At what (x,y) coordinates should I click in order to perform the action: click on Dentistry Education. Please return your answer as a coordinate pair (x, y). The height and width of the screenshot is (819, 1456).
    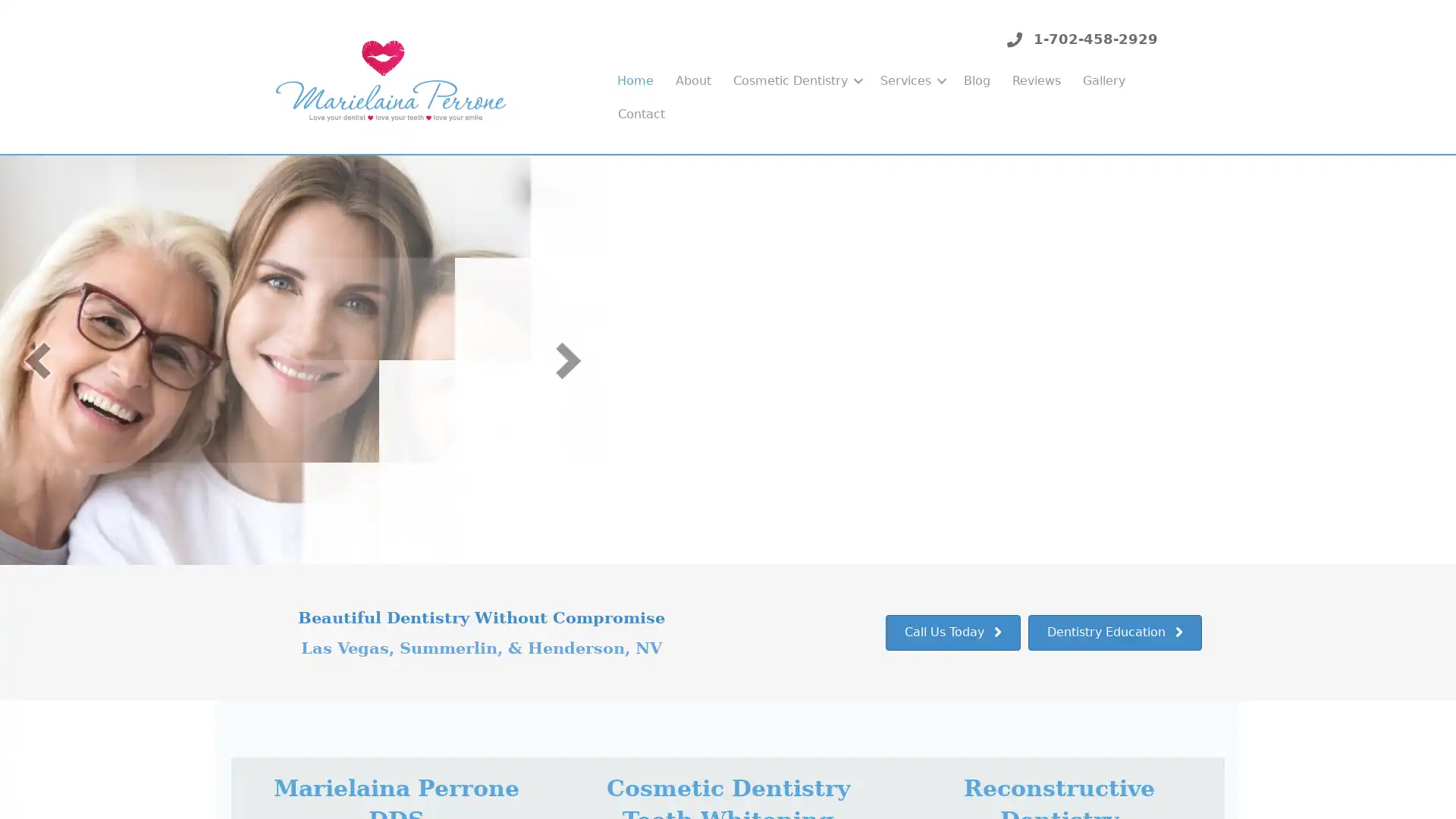
    Looking at the image, I should click on (1115, 632).